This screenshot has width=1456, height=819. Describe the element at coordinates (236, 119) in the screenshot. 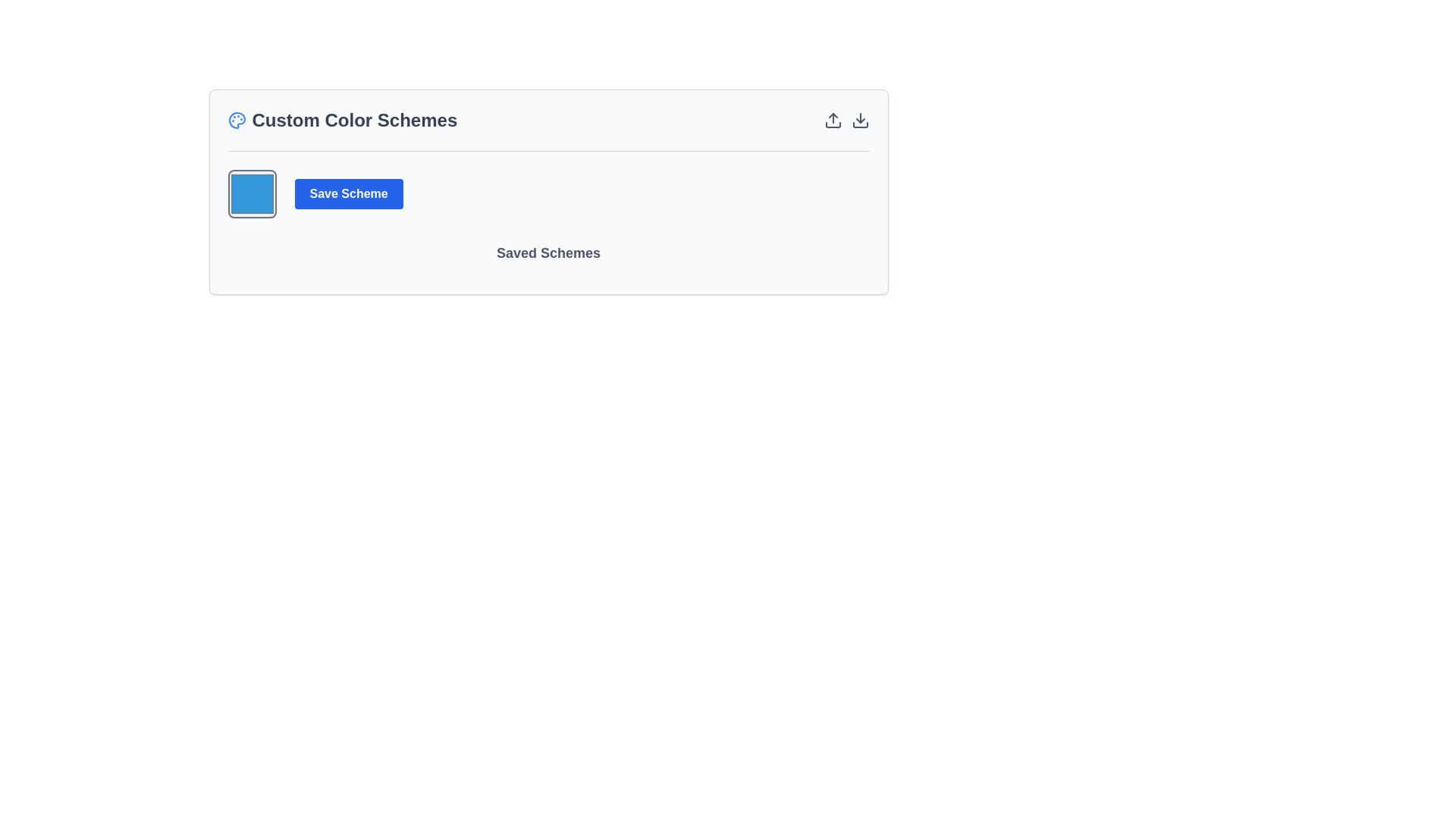

I see `the customization icon located to the left of the 'Custom Color Schemes' title` at that location.